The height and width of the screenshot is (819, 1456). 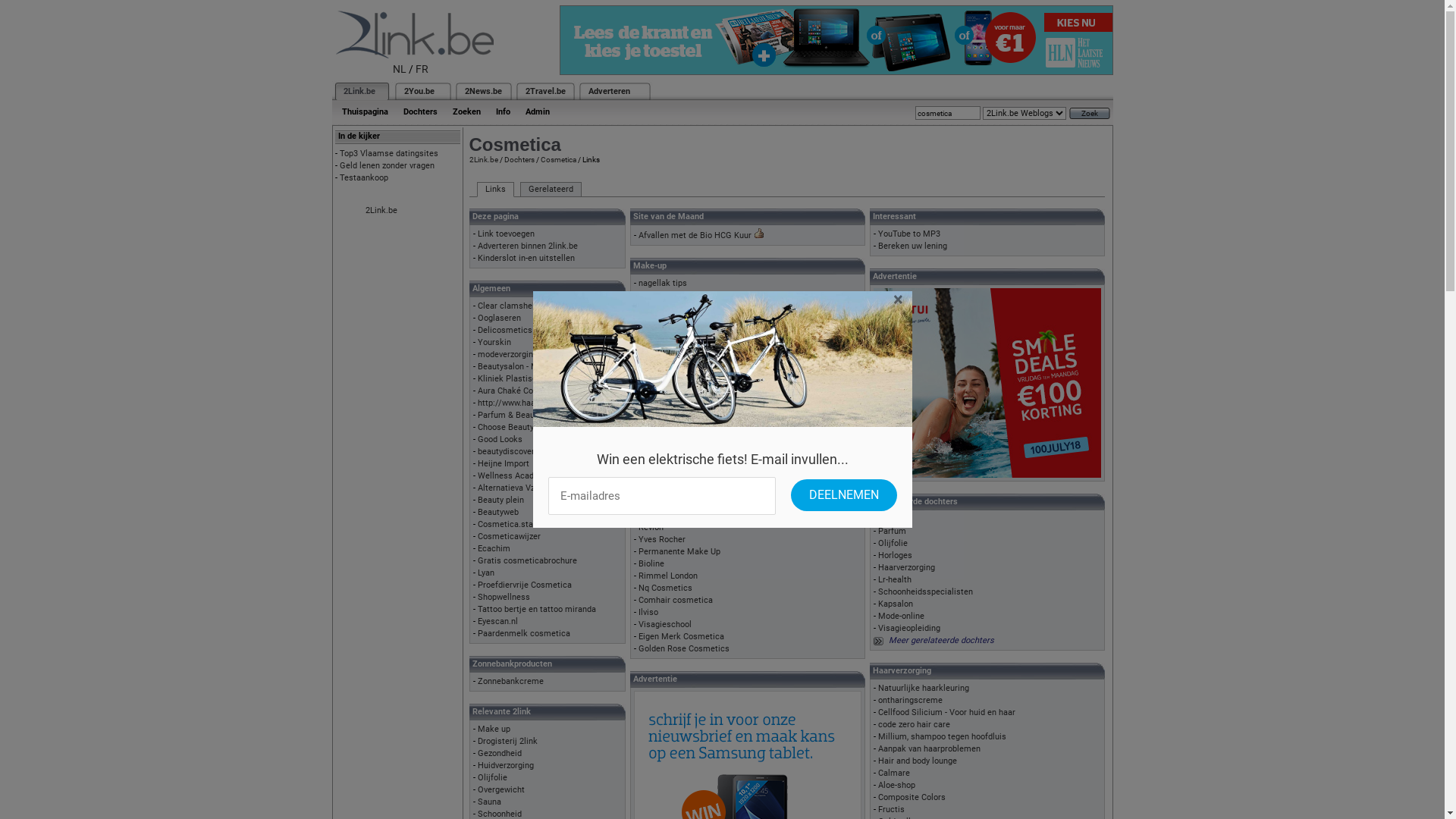 What do you see at coordinates (509, 488) in the screenshot?
I see `'Alternatieva Vzw'` at bounding box center [509, 488].